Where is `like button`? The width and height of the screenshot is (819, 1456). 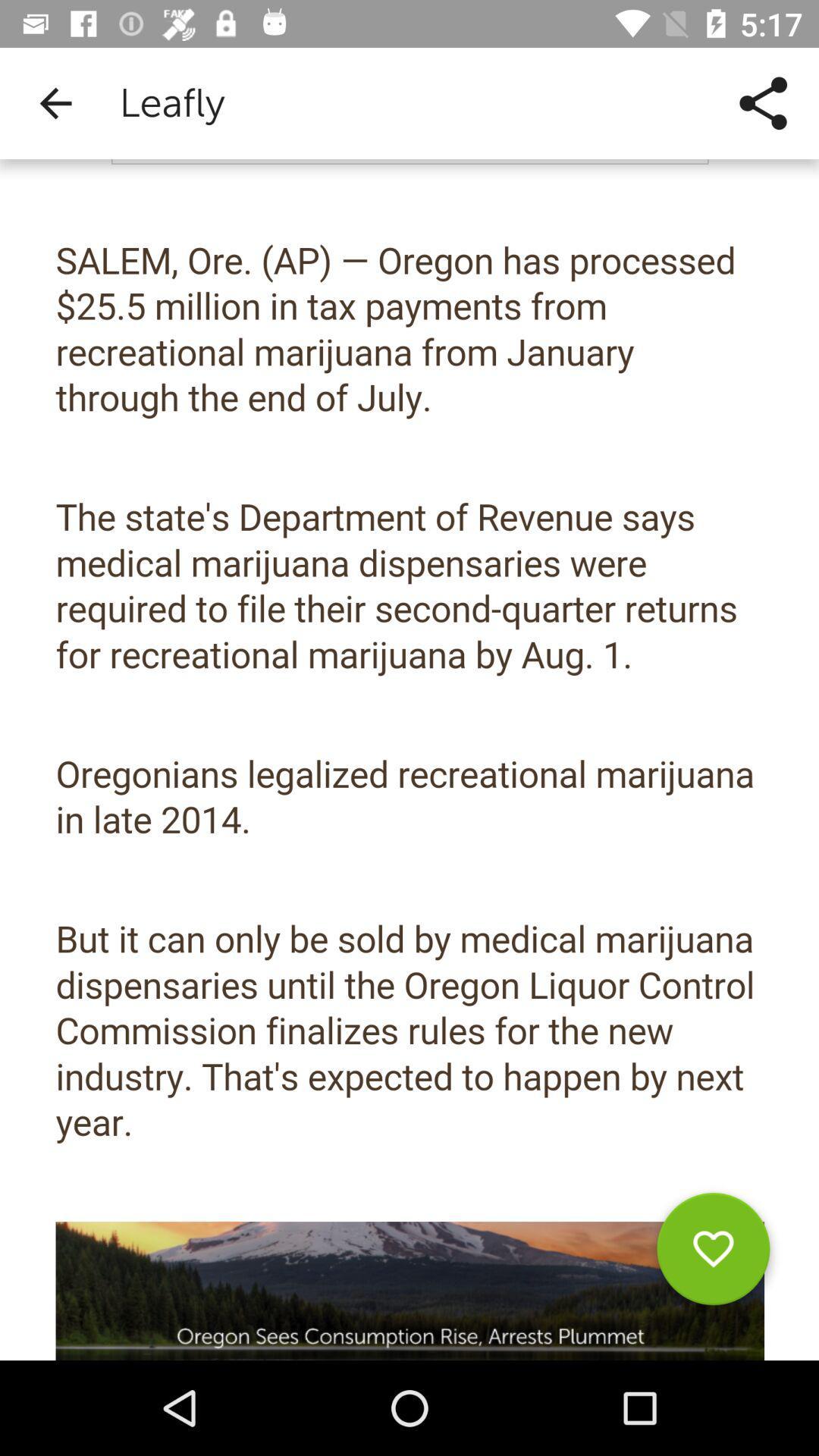
like button is located at coordinates (713, 1254).